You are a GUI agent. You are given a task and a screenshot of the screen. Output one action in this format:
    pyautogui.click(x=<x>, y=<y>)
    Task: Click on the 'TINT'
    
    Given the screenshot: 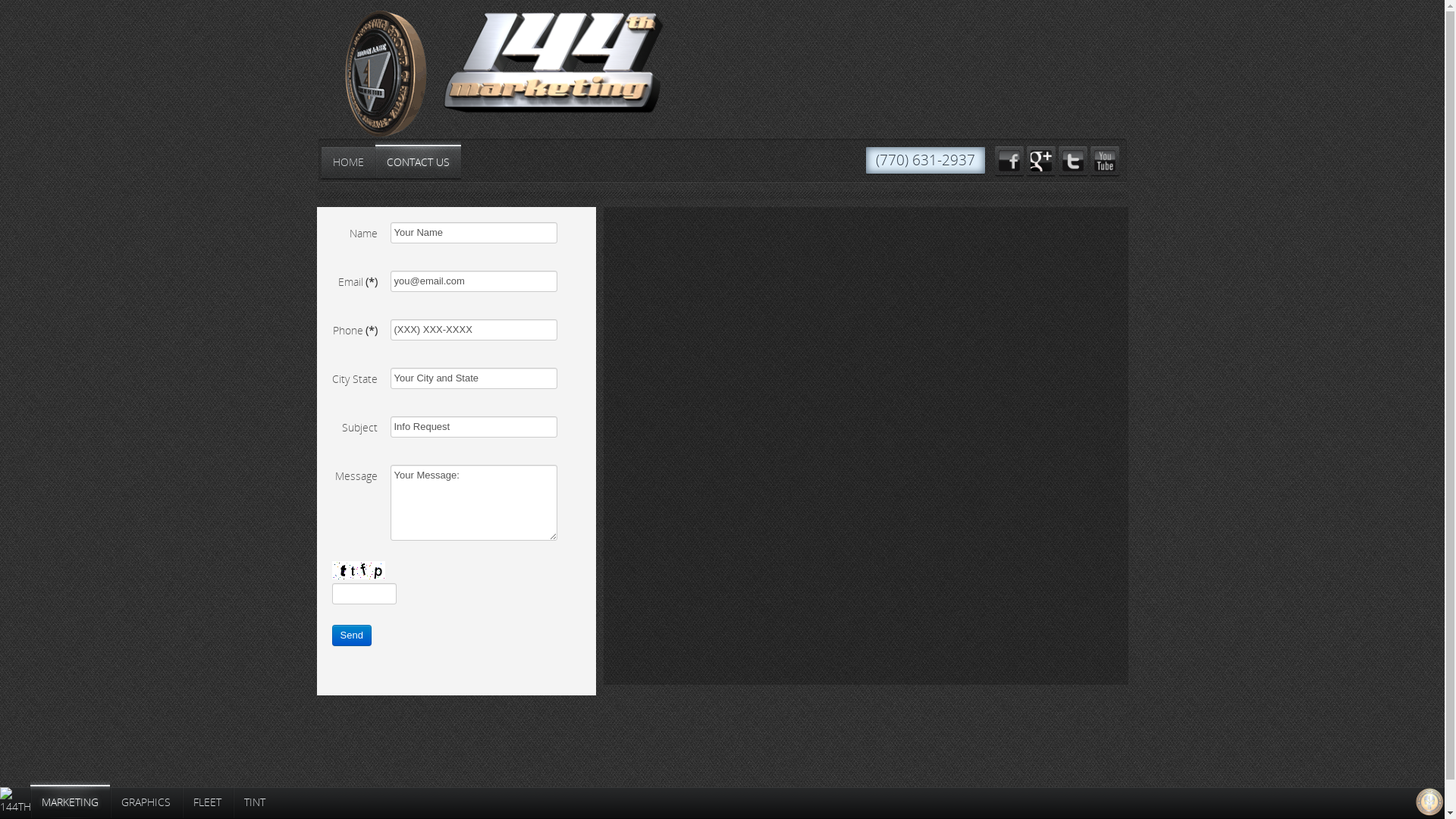 What is the action you would take?
    pyautogui.click(x=255, y=802)
    